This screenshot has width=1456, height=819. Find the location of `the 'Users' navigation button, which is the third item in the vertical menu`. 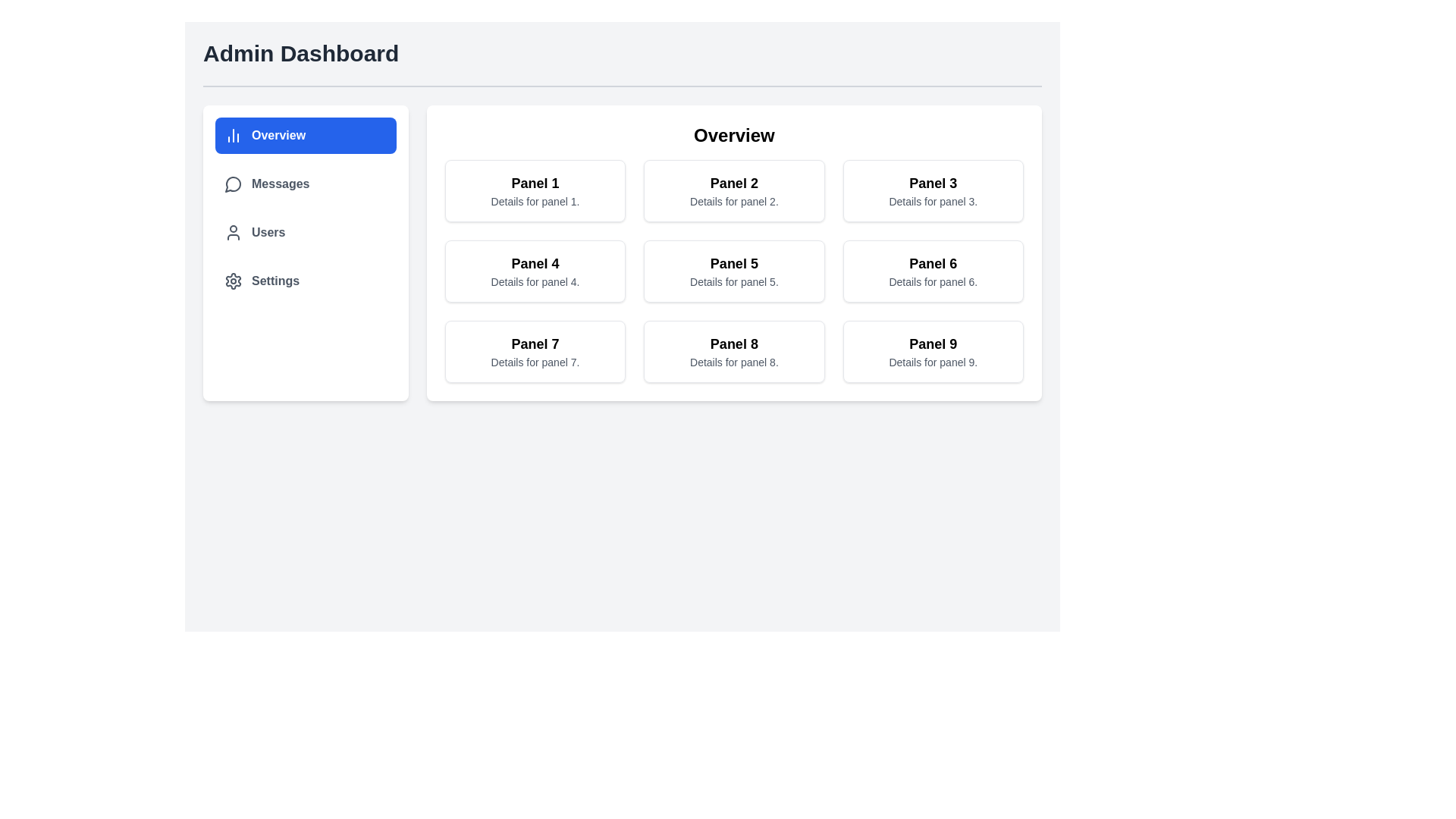

the 'Users' navigation button, which is the third item in the vertical menu is located at coordinates (305, 233).